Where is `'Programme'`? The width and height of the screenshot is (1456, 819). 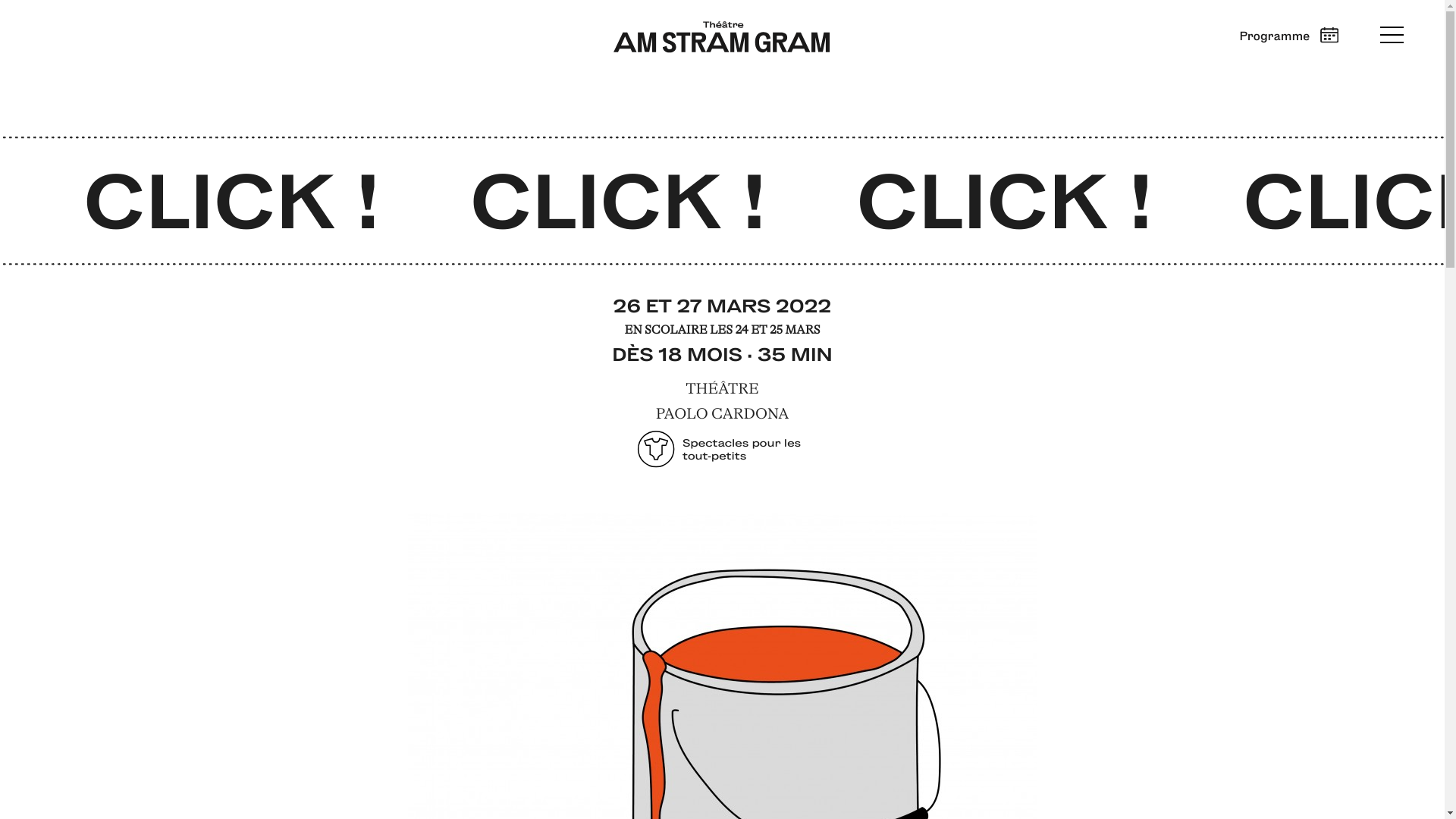
'Programme' is located at coordinates (1288, 34).